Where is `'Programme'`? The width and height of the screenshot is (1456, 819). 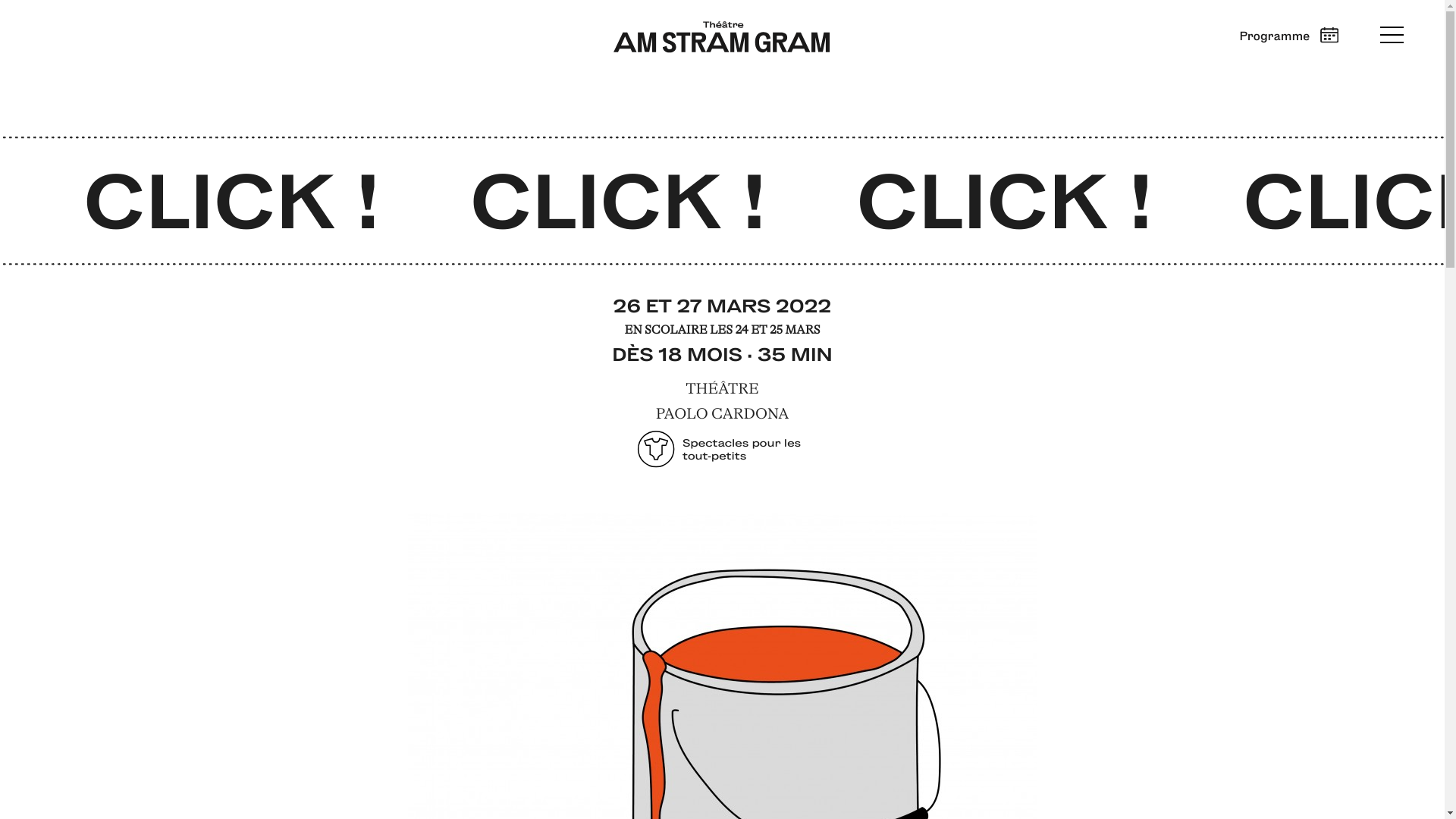
'Programme' is located at coordinates (1288, 34).